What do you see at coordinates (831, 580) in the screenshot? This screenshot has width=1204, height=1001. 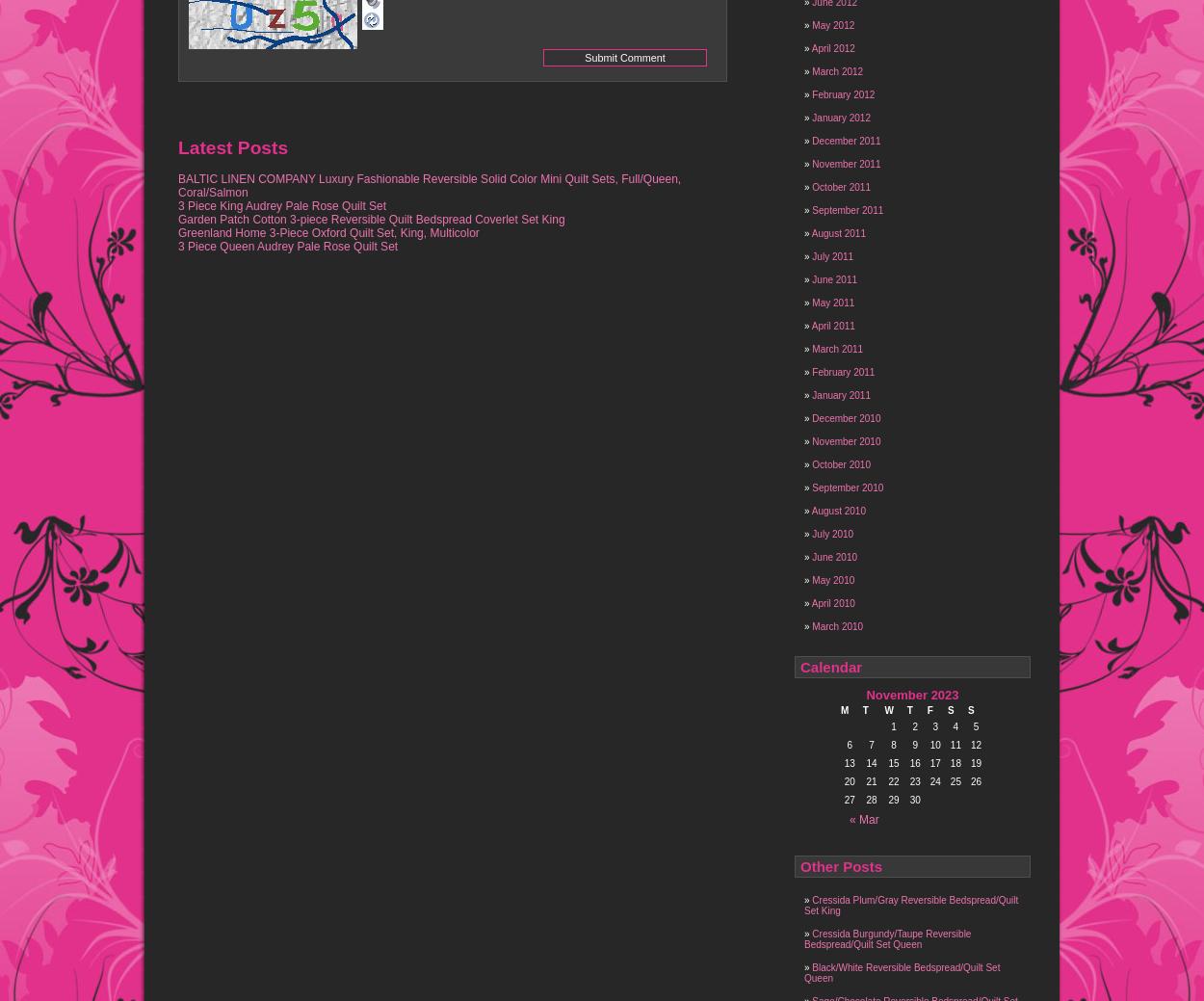 I see `'May 2010'` at bounding box center [831, 580].